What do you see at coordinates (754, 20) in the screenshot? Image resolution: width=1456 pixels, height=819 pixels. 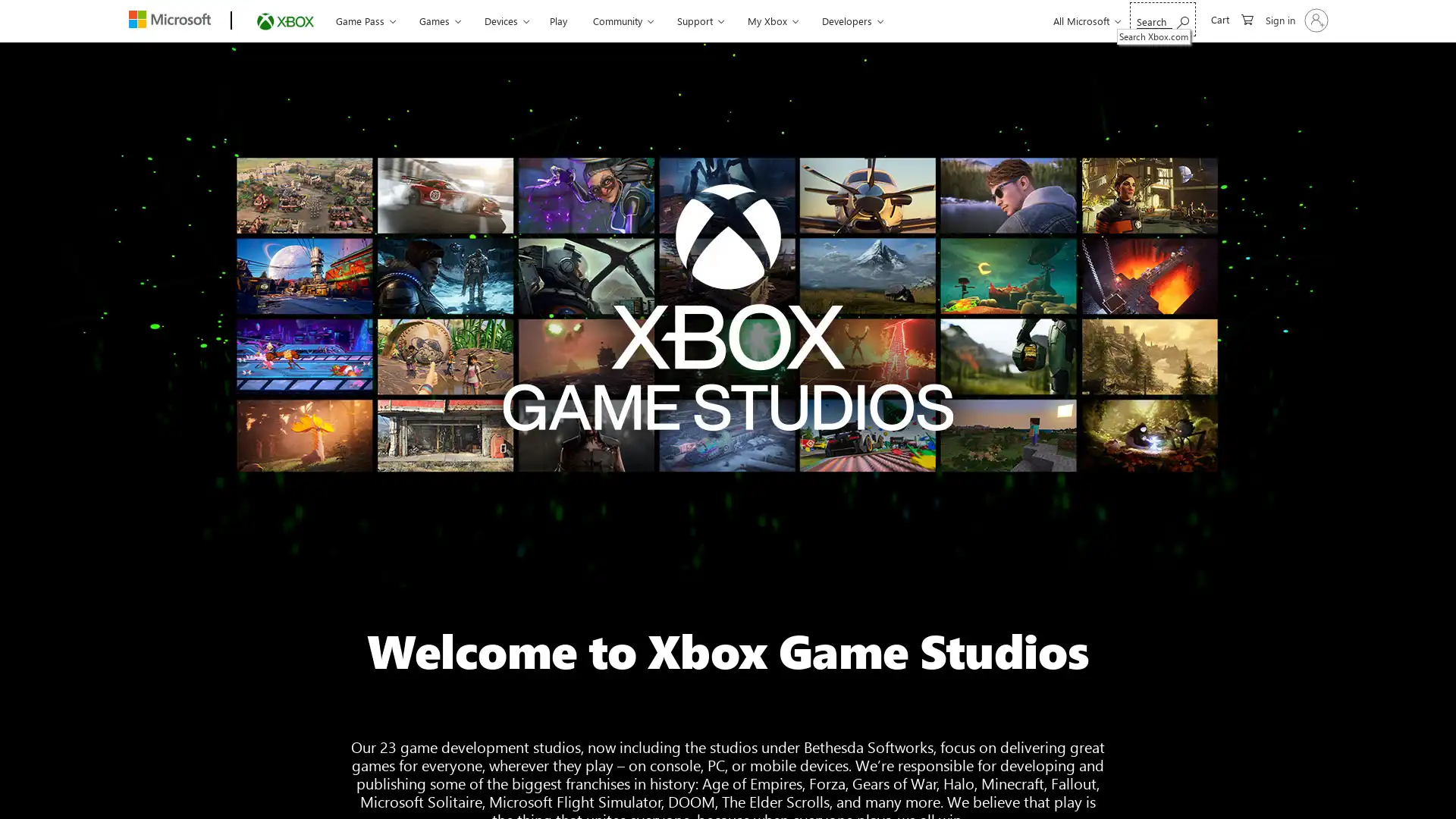 I see `My Xbox` at bounding box center [754, 20].